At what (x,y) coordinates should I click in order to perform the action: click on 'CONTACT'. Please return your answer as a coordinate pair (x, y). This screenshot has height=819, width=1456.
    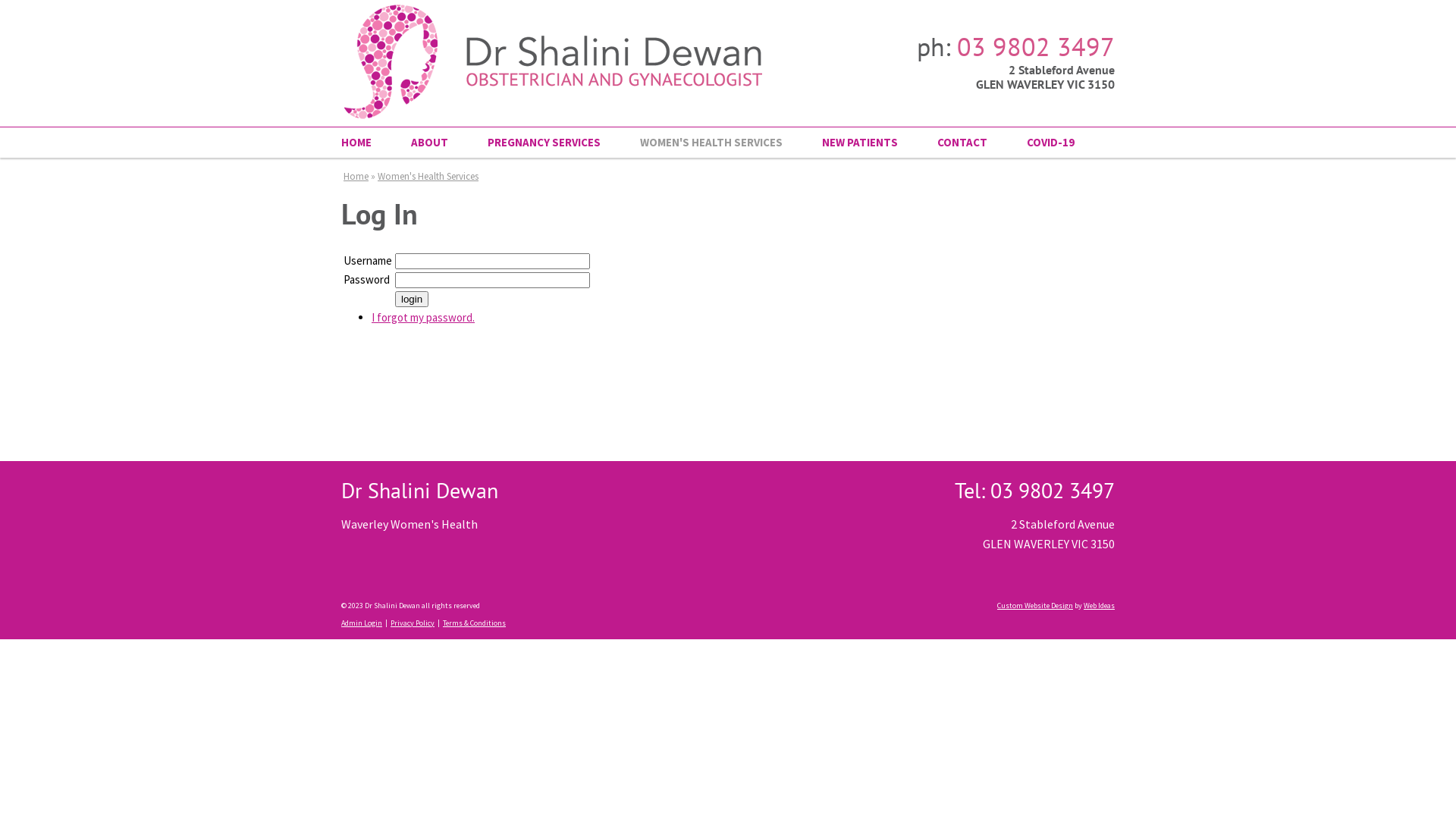
    Looking at the image, I should click on (961, 143).